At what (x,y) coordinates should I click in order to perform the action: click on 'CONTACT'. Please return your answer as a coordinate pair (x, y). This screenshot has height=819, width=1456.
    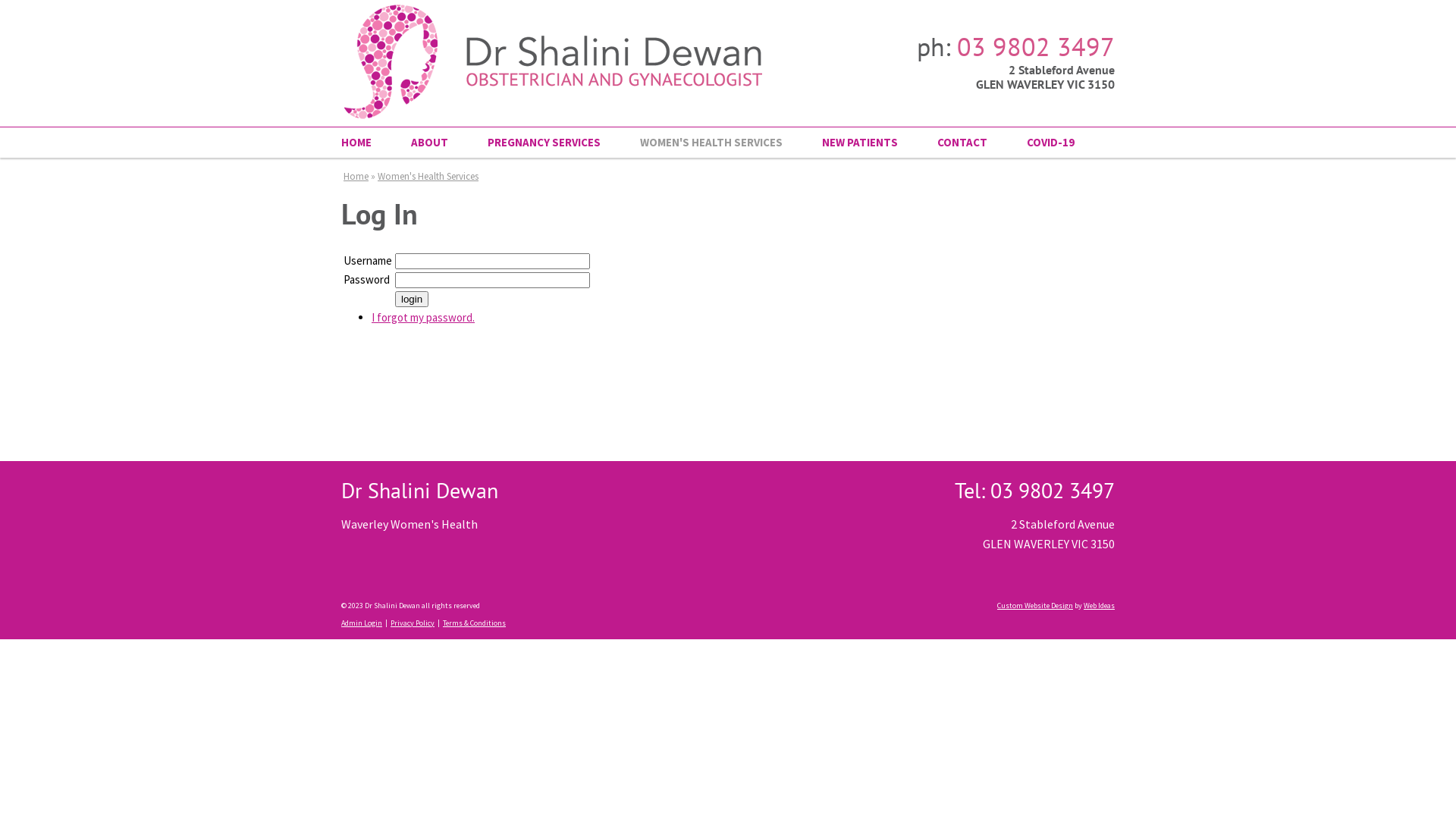
    Looking at the image, I should click on (961, 143).